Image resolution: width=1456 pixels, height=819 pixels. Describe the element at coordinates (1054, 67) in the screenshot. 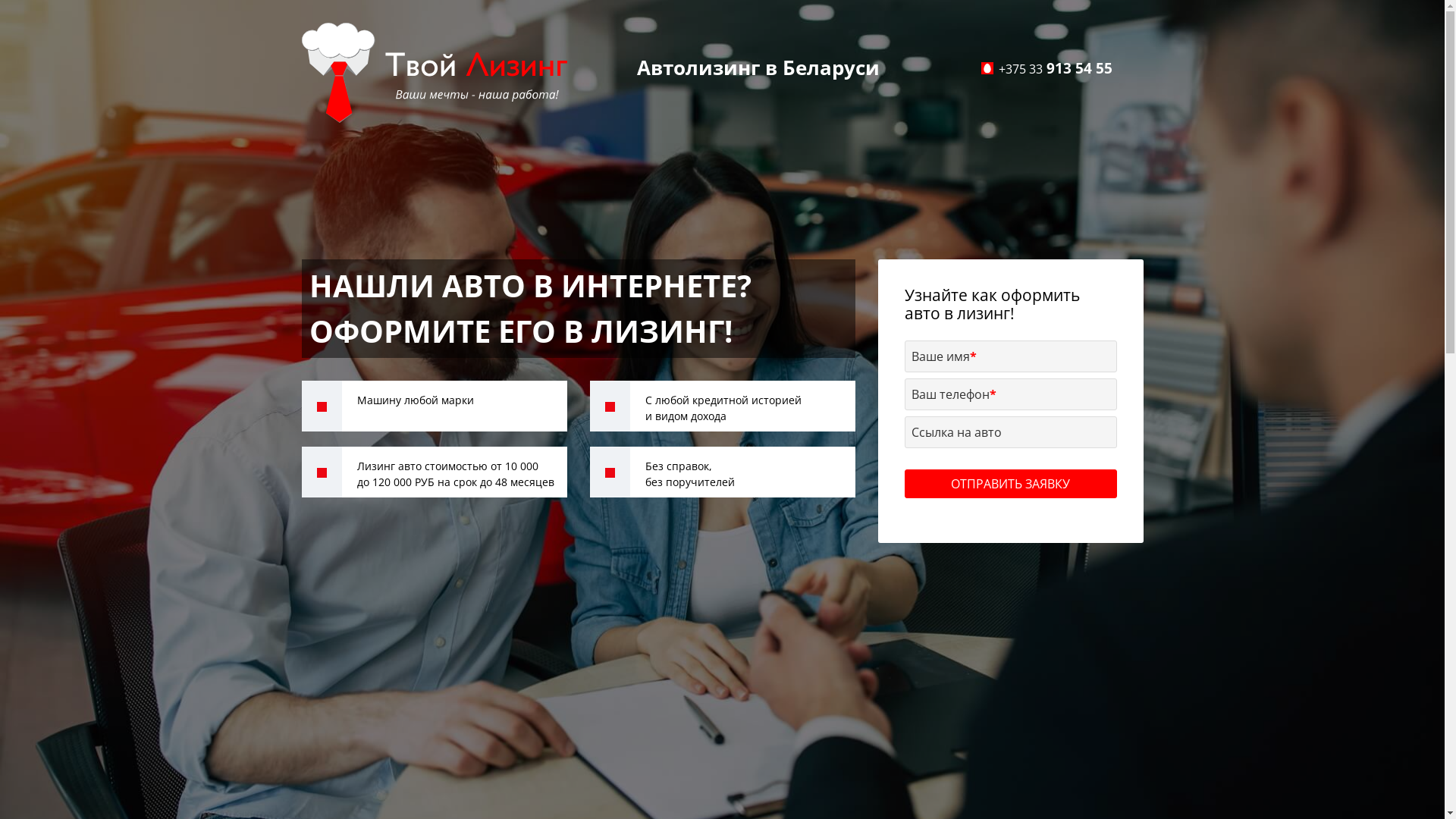

I see `'+375 33 913 54 55'` at that location.